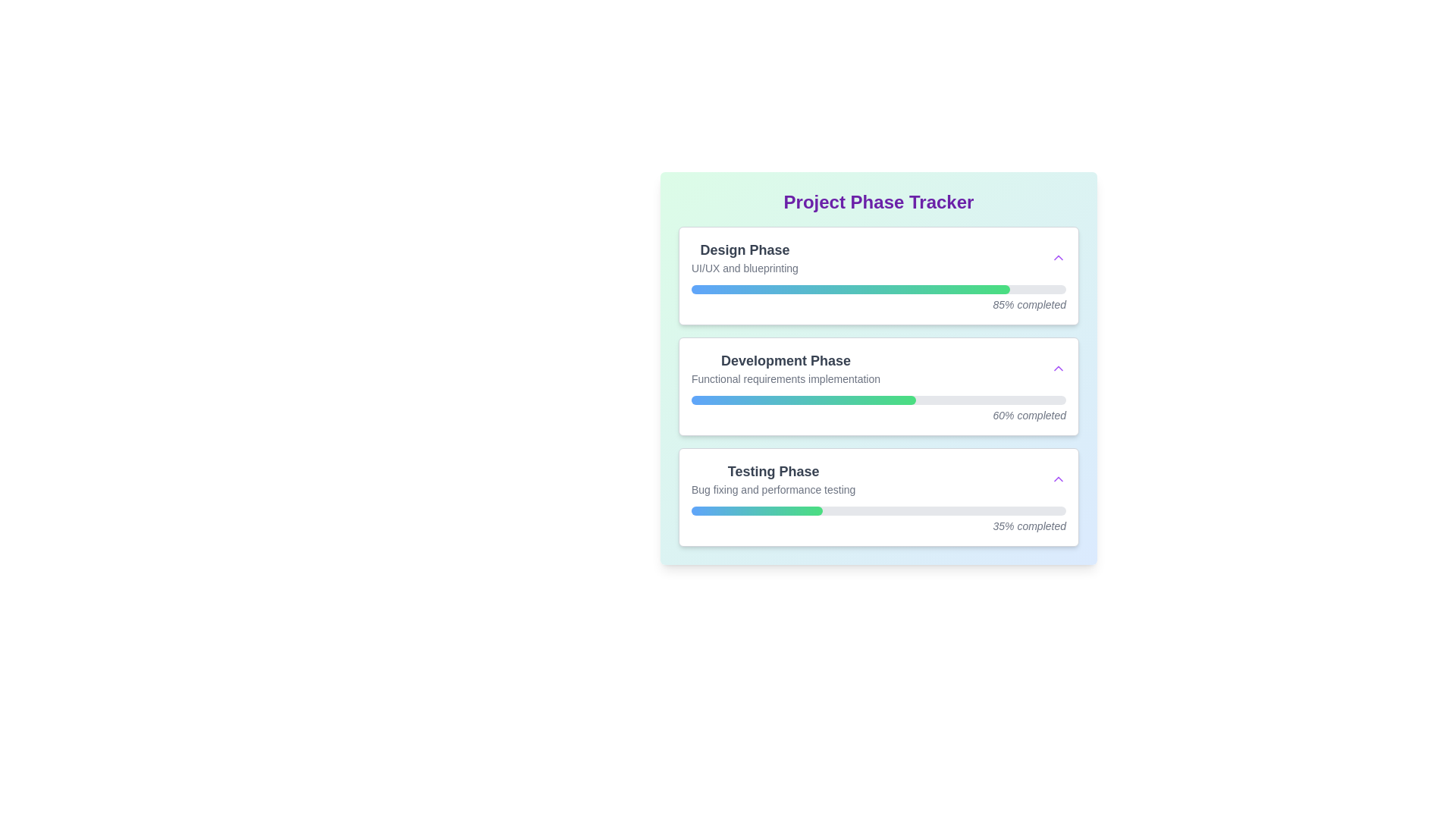 Image resolution: width=1456 pixels, height=819 pixels. Describe the element at coordinates (878, 400) in the screenshot. I see `the Progress Bar element located in the 'Development Phase' card, which visually represents the progress with a gradient from blue to green, positioned below the section title and above the text '60% completed'` at that location.